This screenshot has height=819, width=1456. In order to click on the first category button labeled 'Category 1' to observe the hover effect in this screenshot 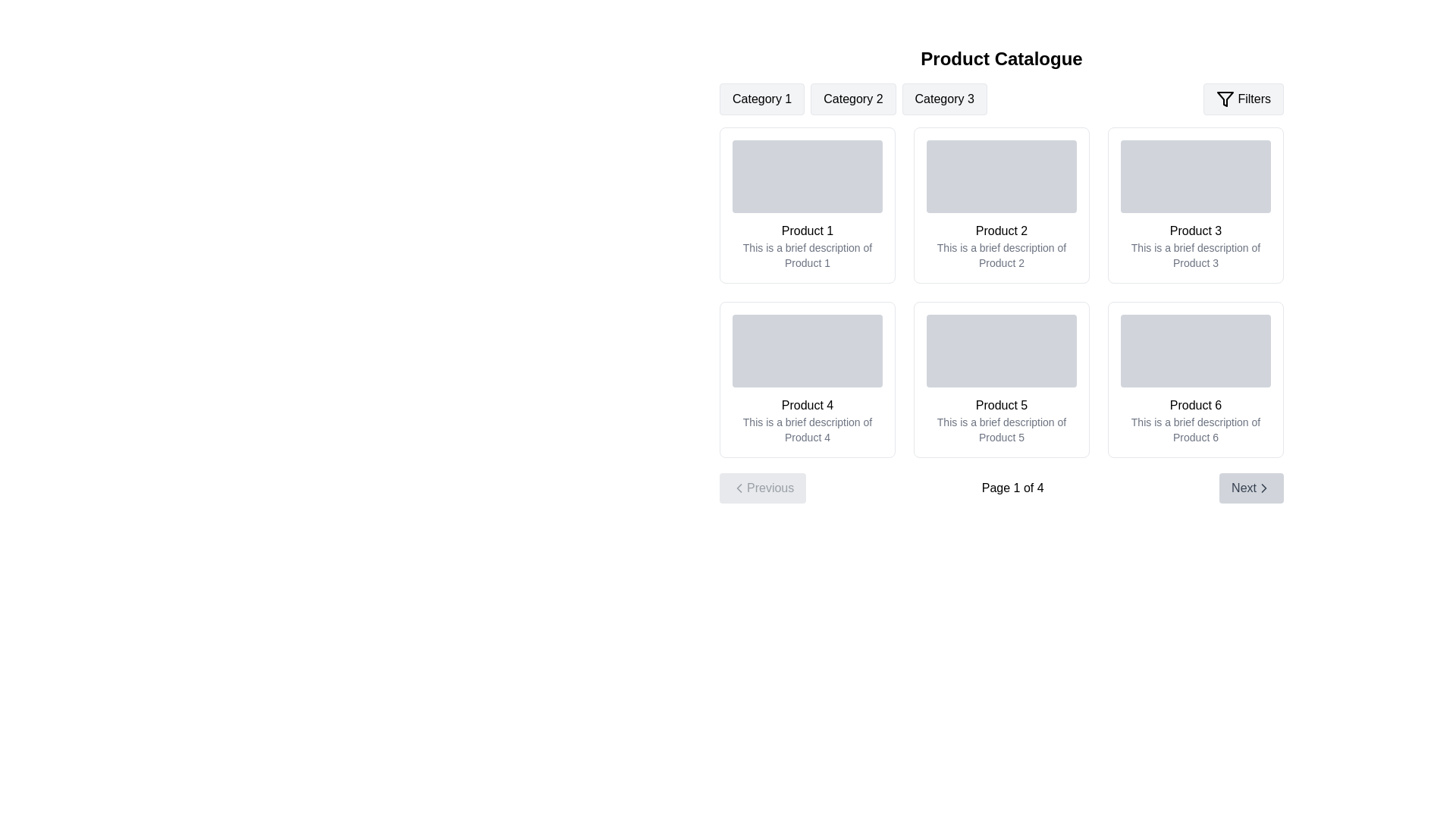, I will do `click(762, 99)`.